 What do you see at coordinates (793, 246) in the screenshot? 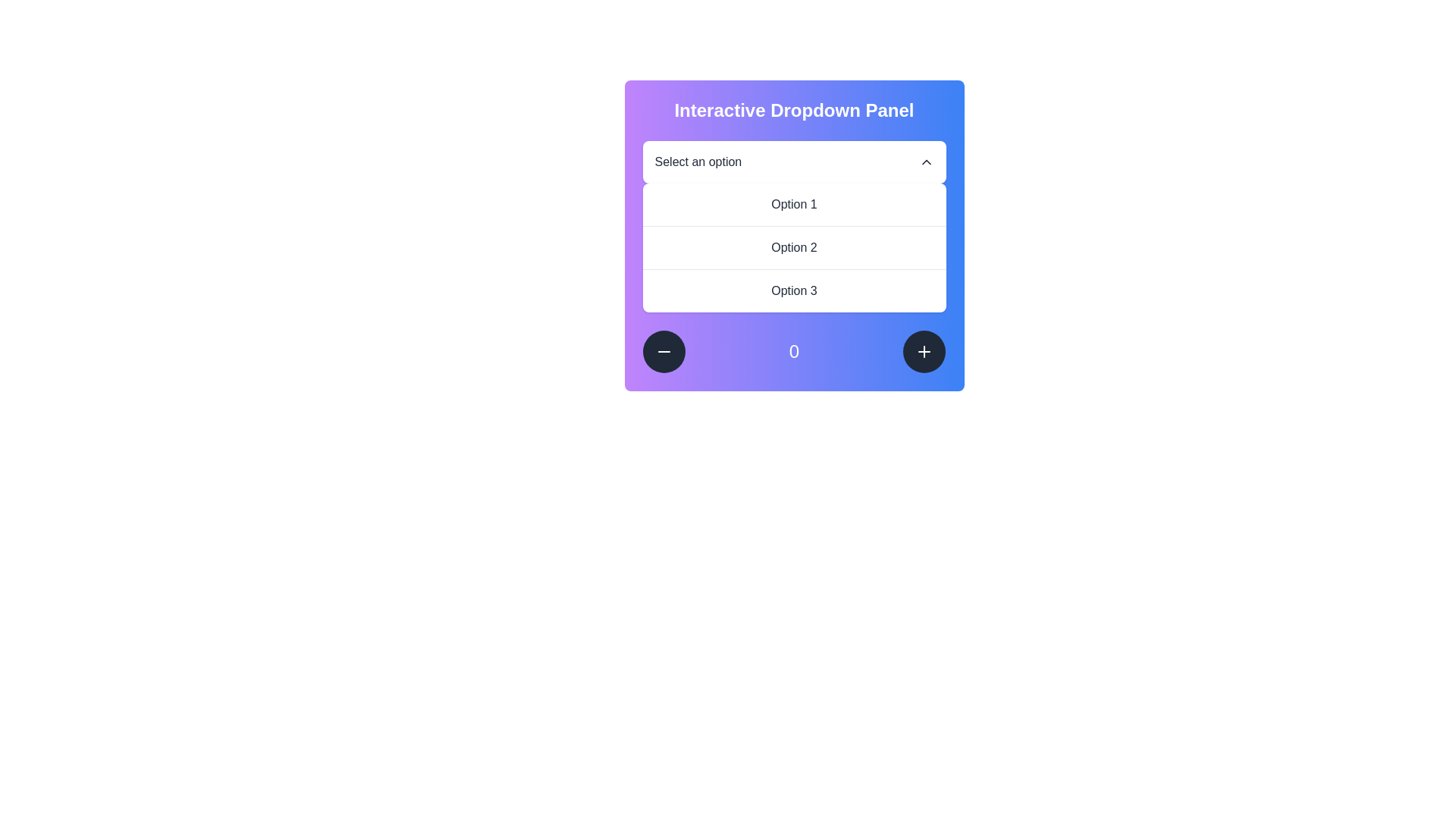
I see `displayed text of the second option in the list, labeled 'Option 2', which is located centrally in the interface between 'Option 1' and 'Option 3'` at bounding box center [793, 246].